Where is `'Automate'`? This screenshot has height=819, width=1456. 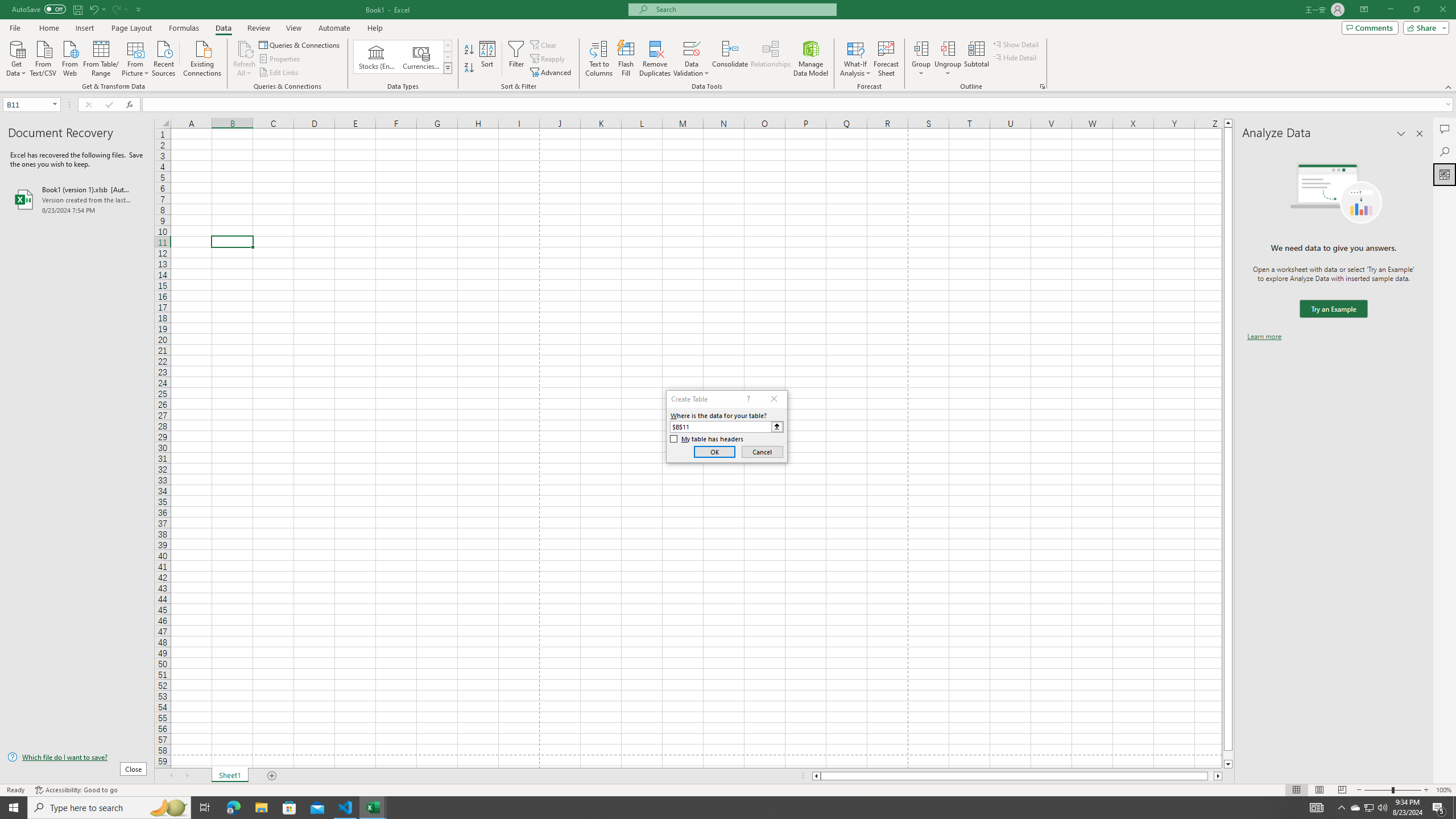
'Automate' is located at coordinates (334, 28).